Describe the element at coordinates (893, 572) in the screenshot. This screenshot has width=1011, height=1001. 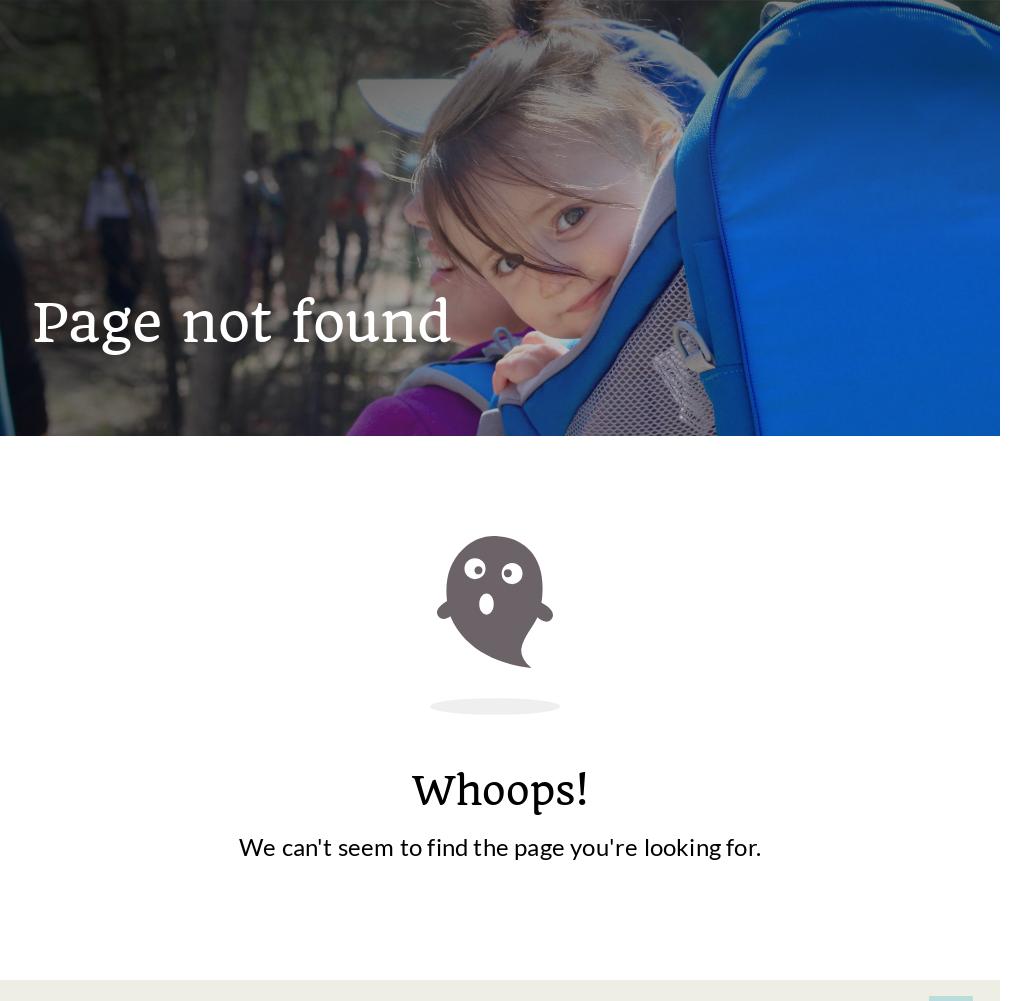
I see `'Who We Are'` at that location.